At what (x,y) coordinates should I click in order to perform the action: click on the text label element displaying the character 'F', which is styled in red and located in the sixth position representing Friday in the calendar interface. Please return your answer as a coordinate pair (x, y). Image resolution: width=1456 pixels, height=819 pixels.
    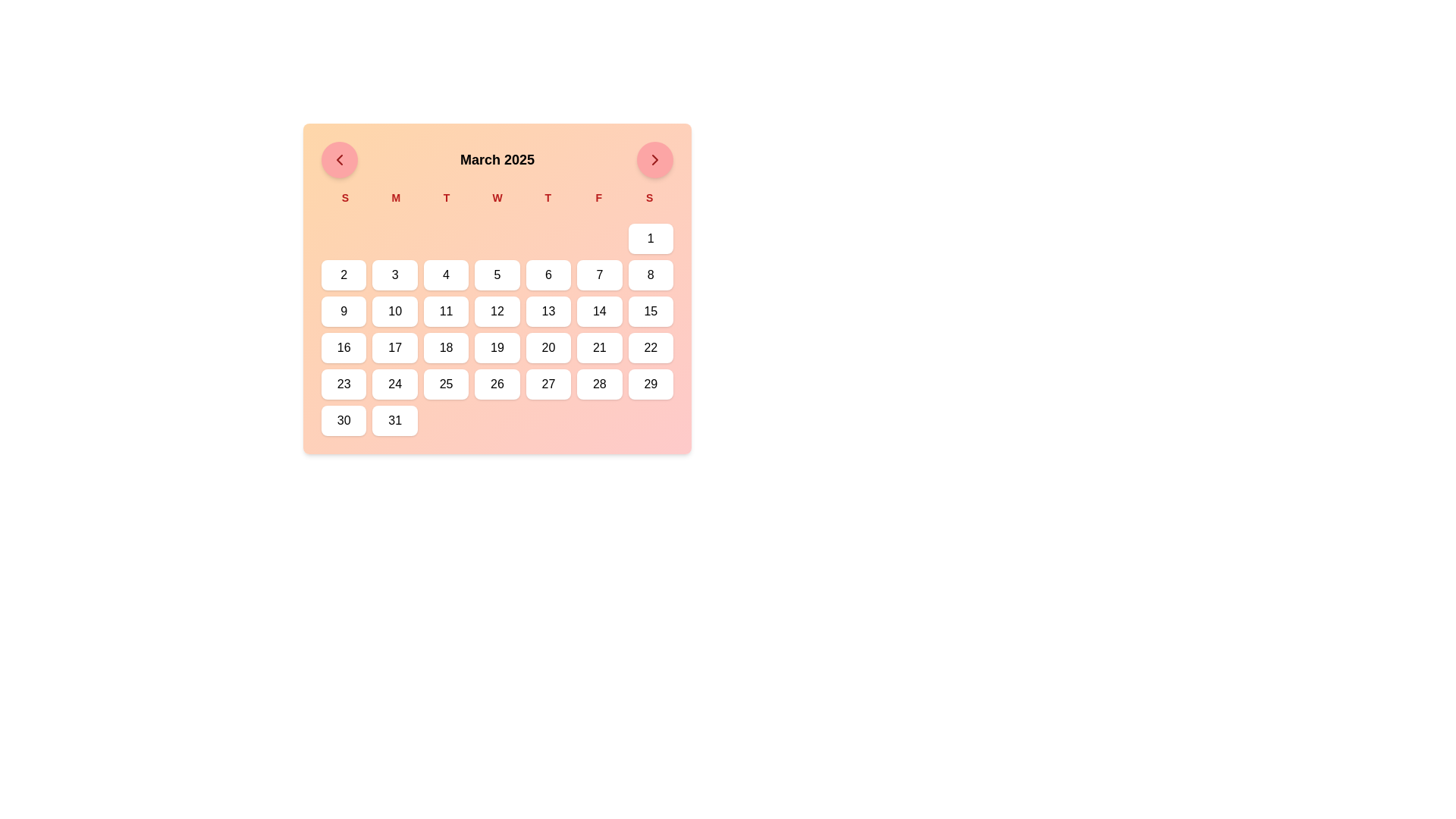
    Looking at the image, I should click on (598, 197).